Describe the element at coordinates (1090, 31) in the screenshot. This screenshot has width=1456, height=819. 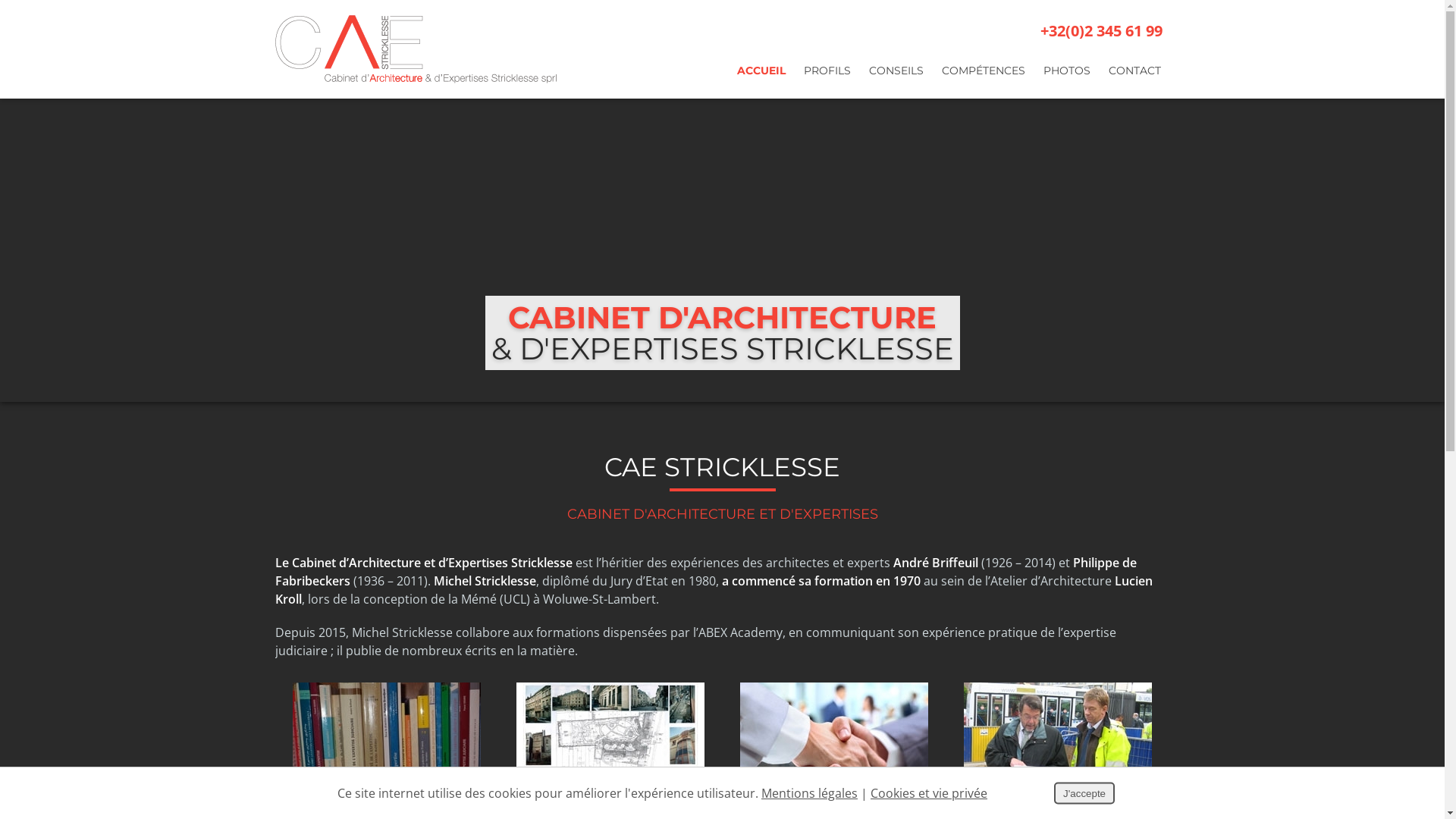
I see `'+32(0)2 345 61 99'` at that location.